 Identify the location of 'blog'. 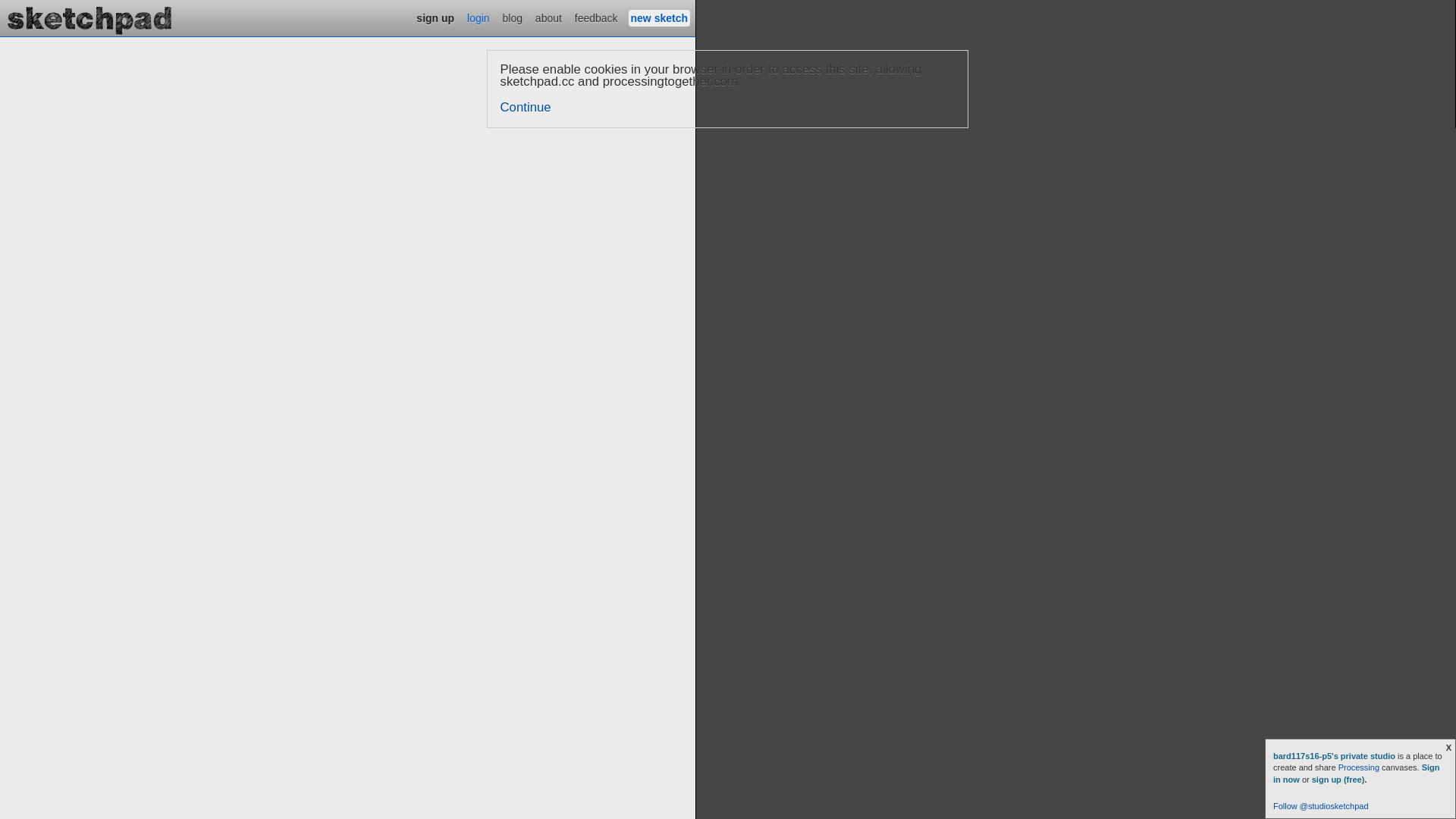
(513, 17).